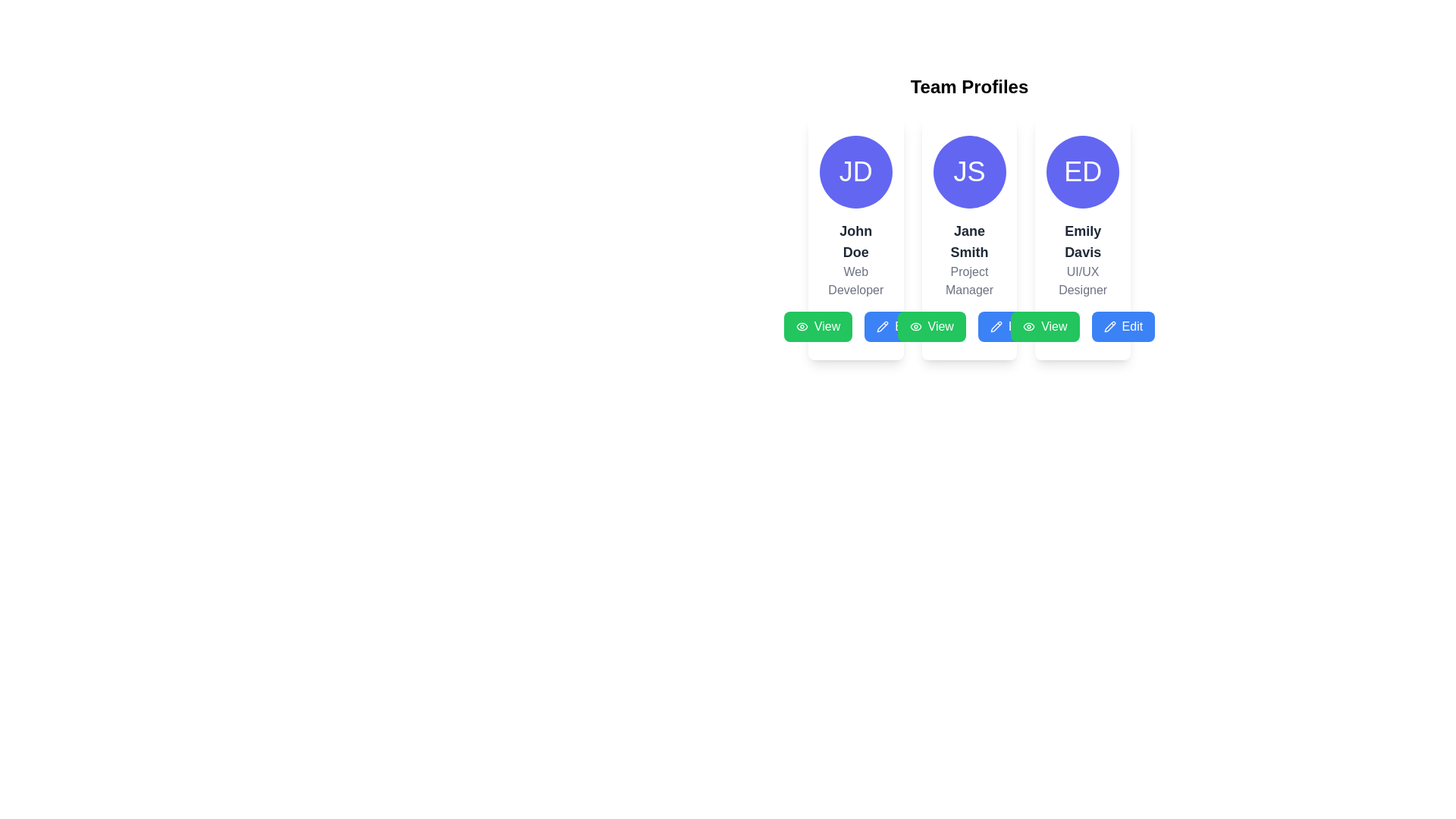 This screenshot has height=819, width=1456. I want to click on bold text labeled 'Emily Davis' displayed in dark gray color, which is positioned below the avatar icon and above the subtitle 'UI/UX Designer' within the white card, so click(1082, 241).